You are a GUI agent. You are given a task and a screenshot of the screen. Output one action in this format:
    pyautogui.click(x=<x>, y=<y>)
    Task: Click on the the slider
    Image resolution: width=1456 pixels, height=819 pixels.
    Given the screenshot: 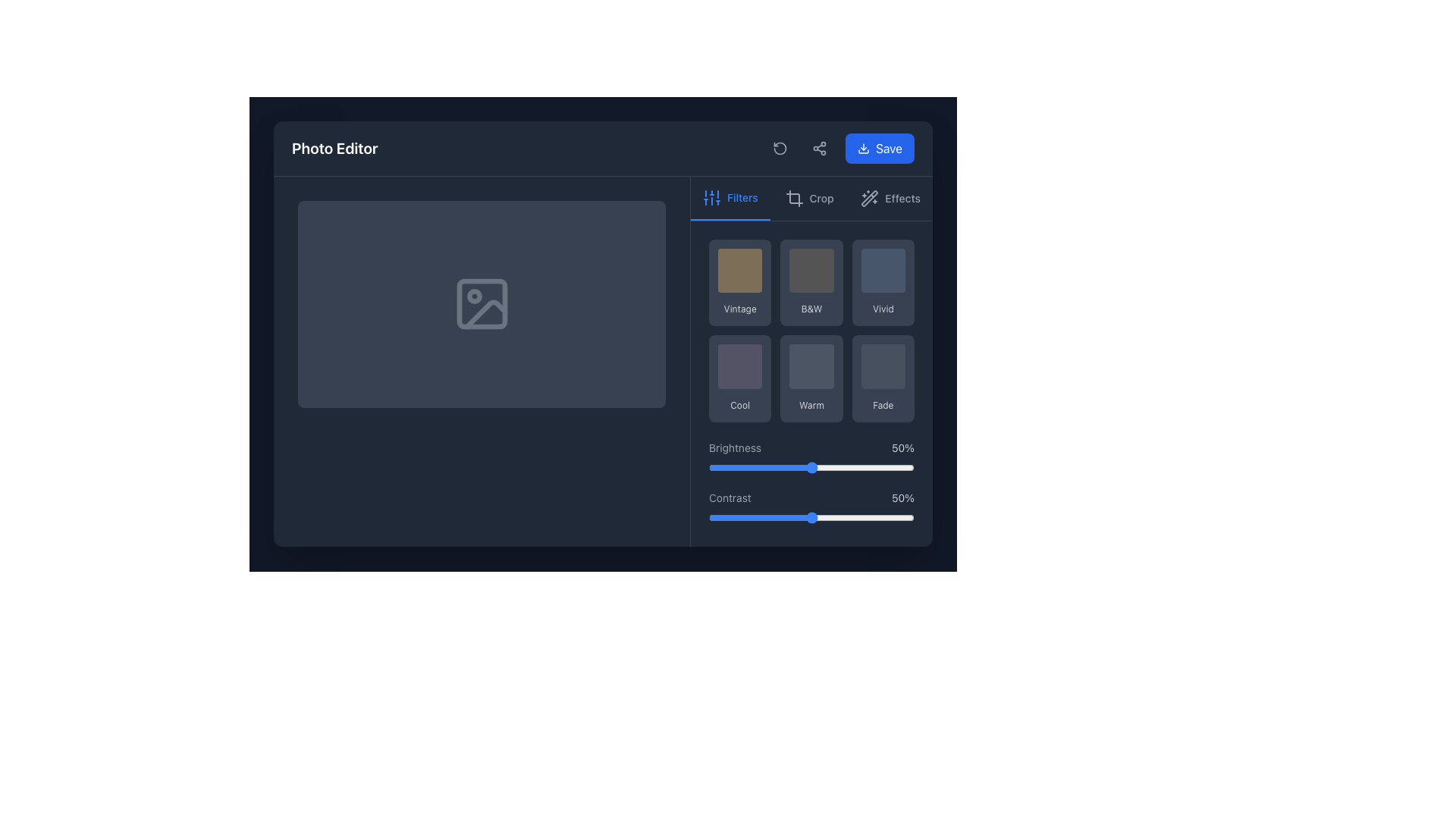 What is the action you would take?
    pyautogui.click(x=777, y=466)
    